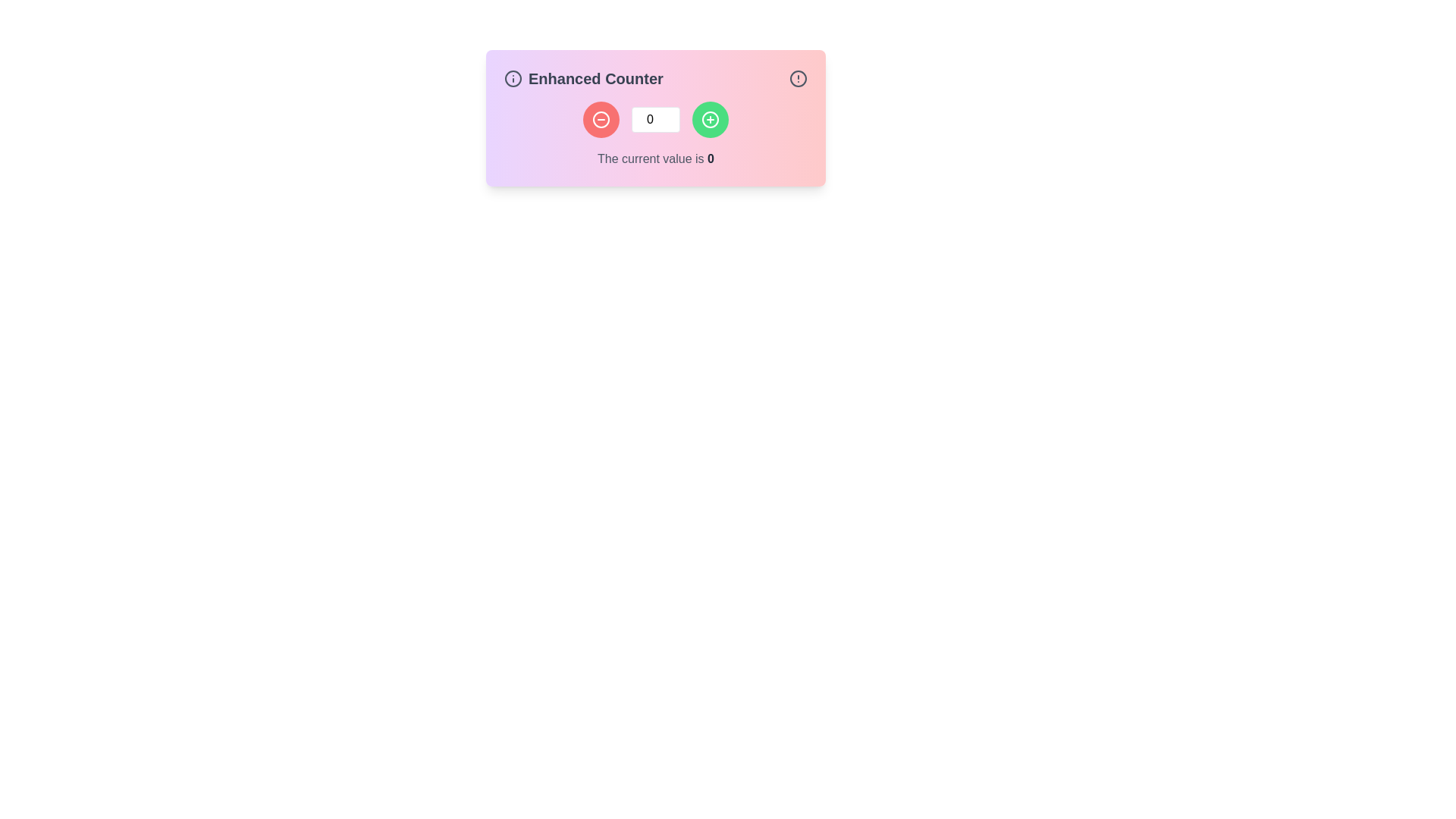 The width and height of the screenshot is (1456, 819). I want to click on text label located near the top left of the panel, following the info icon, which serves as a title for the section providing context to the user, so click(582, 79).